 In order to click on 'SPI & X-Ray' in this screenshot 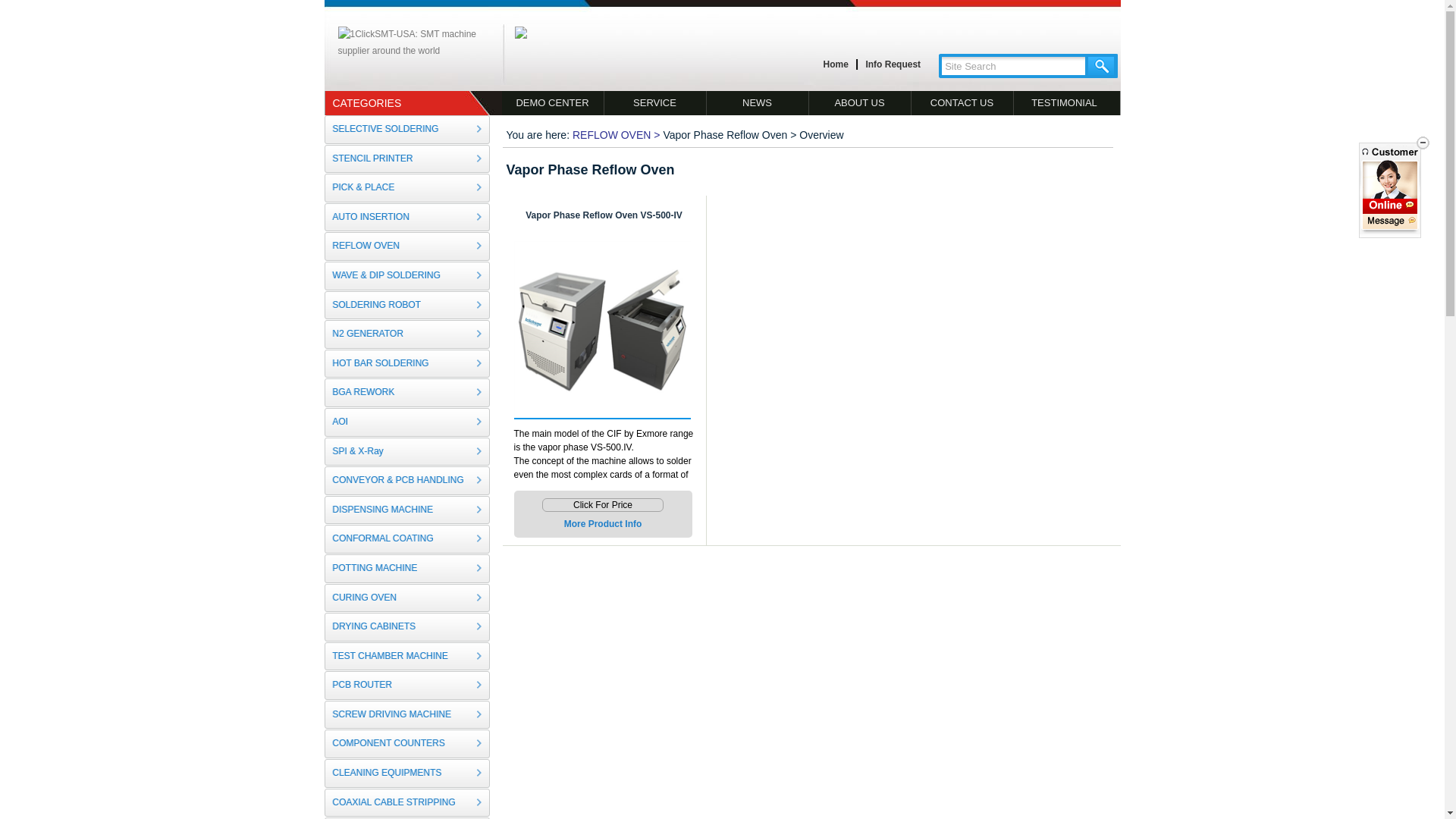, I will do `click(323, 451)`.